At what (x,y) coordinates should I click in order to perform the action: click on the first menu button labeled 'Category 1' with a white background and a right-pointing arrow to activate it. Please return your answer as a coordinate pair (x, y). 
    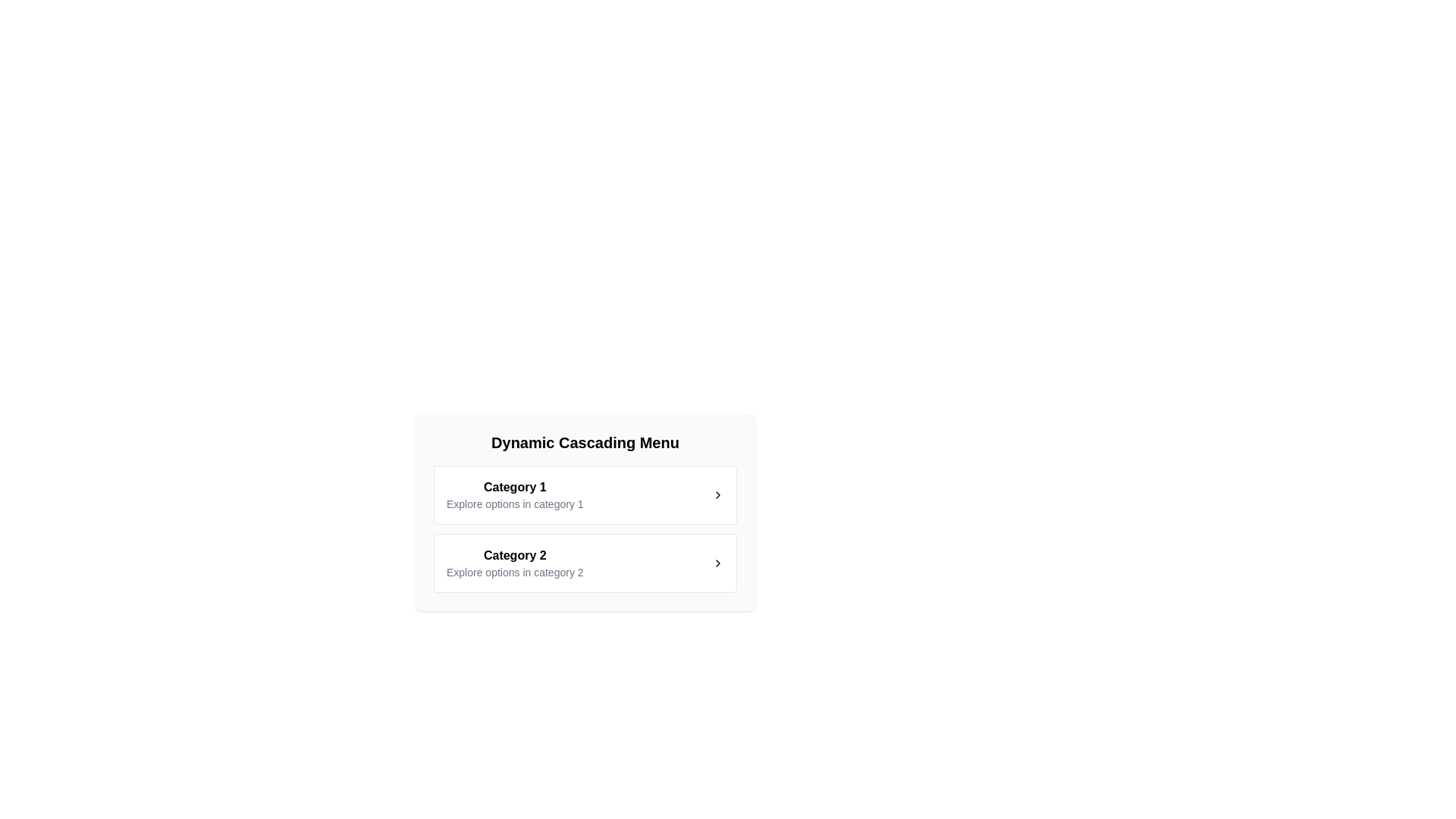
    Looking at the image, I should click on (585, 494).